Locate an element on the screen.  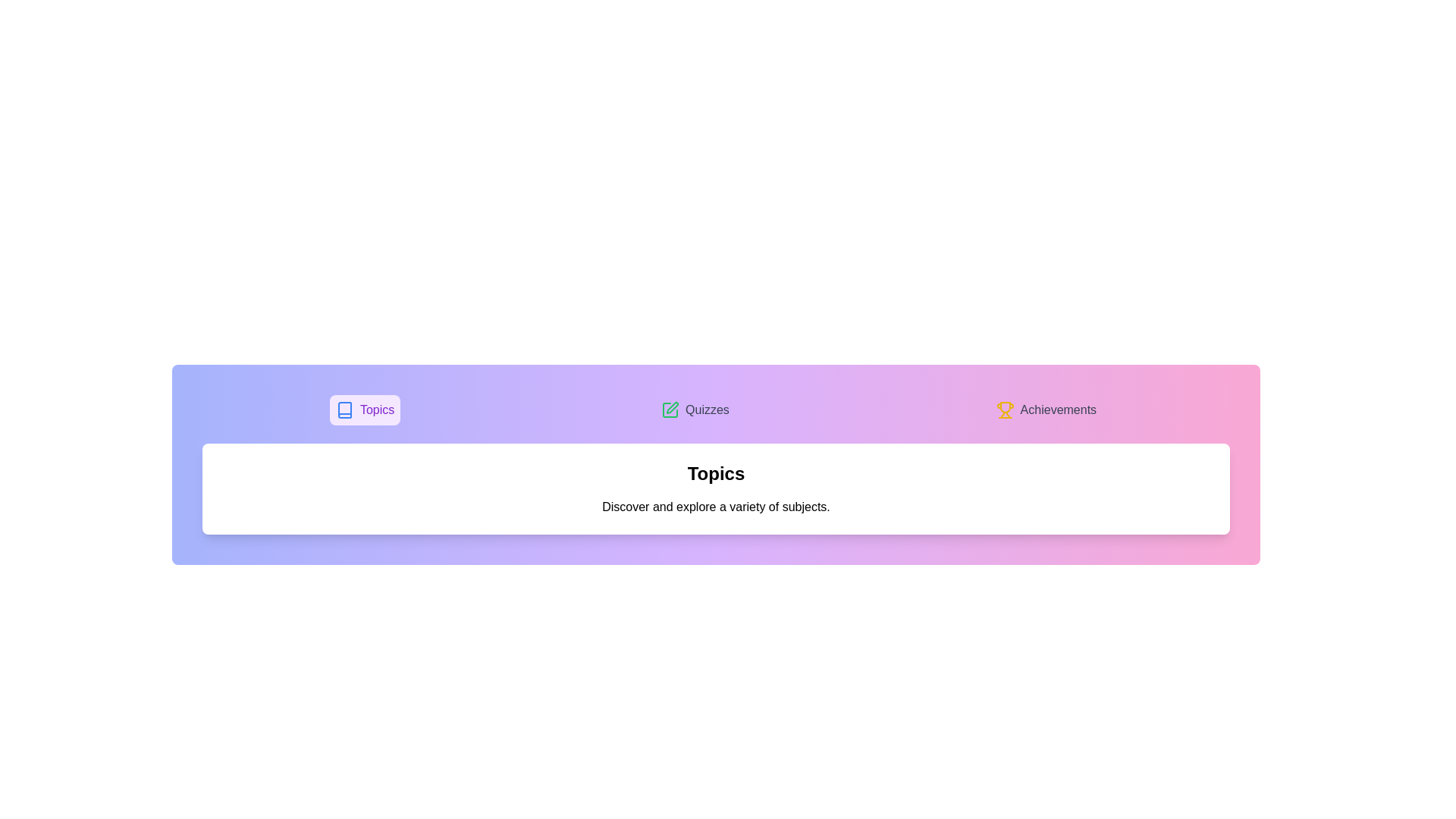
the tab labeled Quizzes to observe its hover effect is located at coordinates (694, 409).